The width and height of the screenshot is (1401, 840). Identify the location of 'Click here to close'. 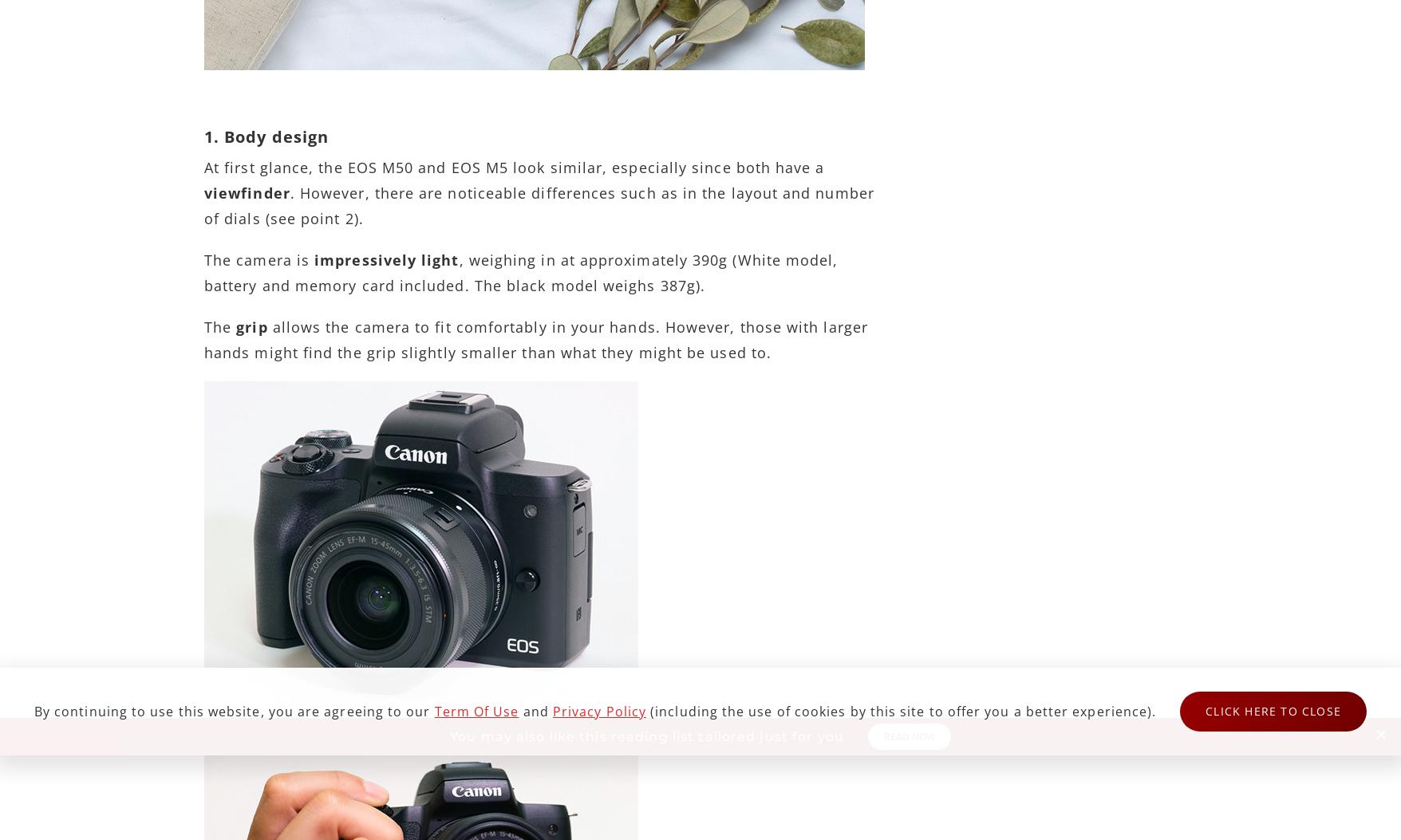
(1273, 711).